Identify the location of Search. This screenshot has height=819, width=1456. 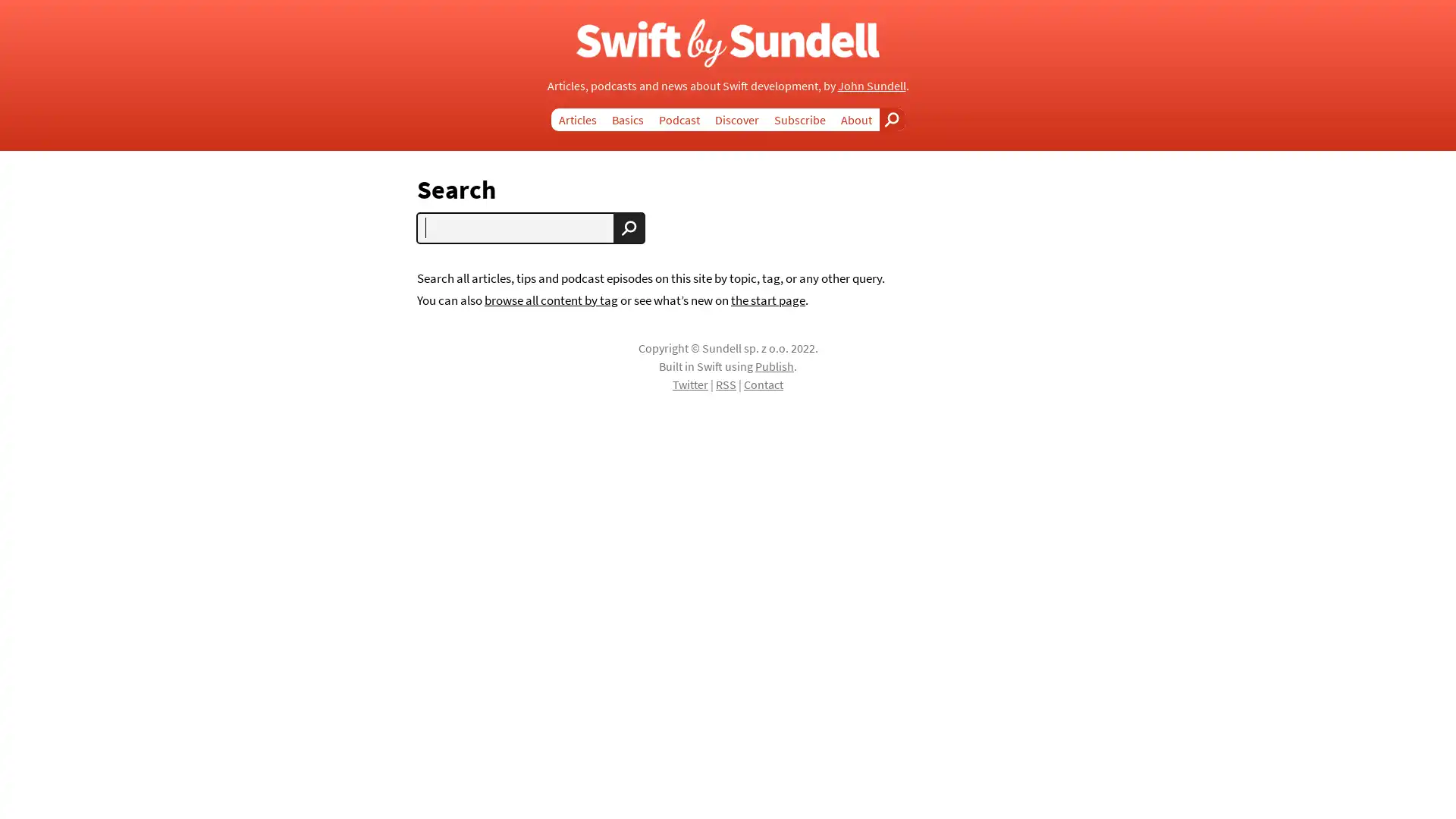
(629, 227).